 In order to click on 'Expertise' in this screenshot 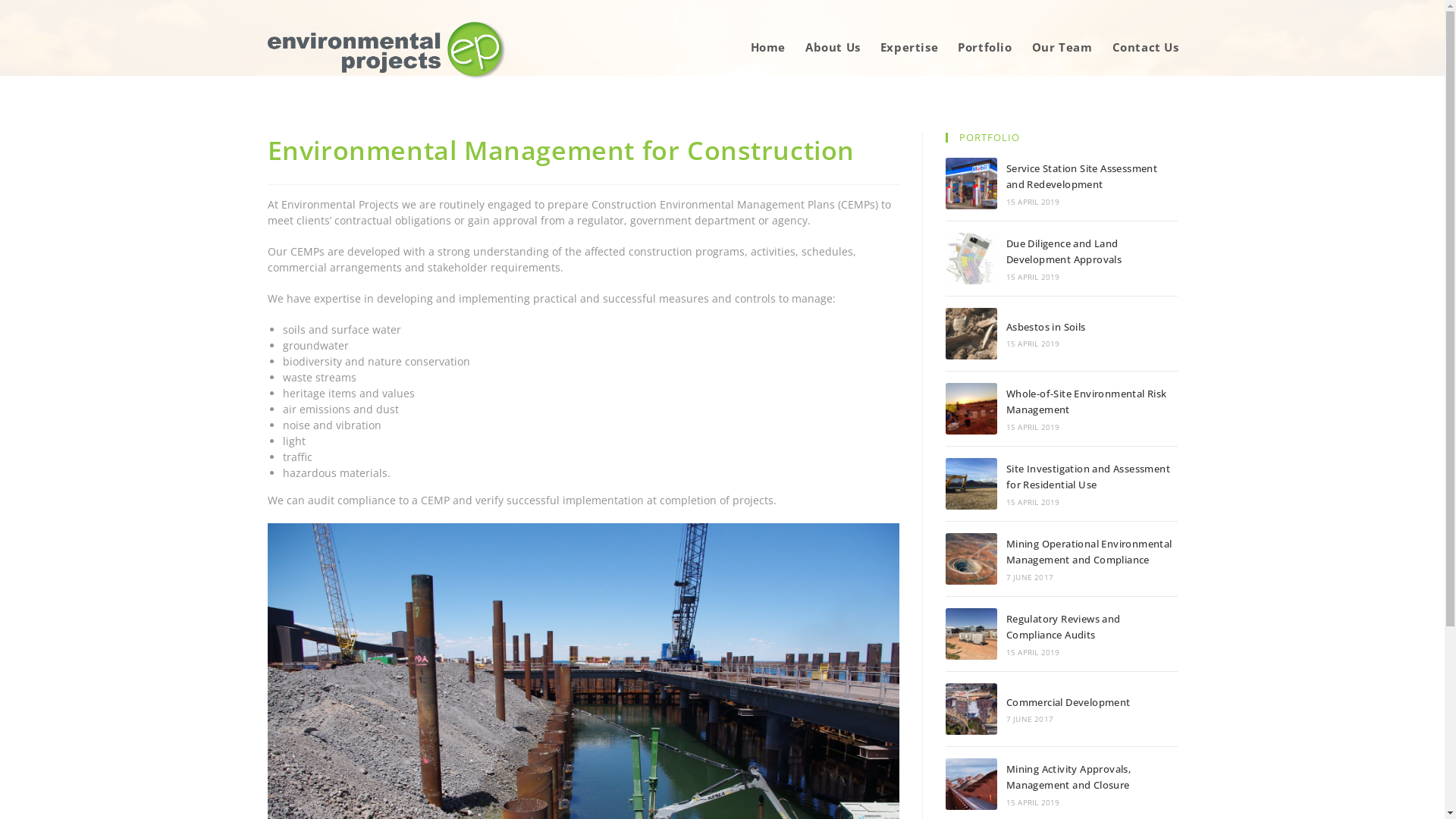, I will do `click(909, 46)`.